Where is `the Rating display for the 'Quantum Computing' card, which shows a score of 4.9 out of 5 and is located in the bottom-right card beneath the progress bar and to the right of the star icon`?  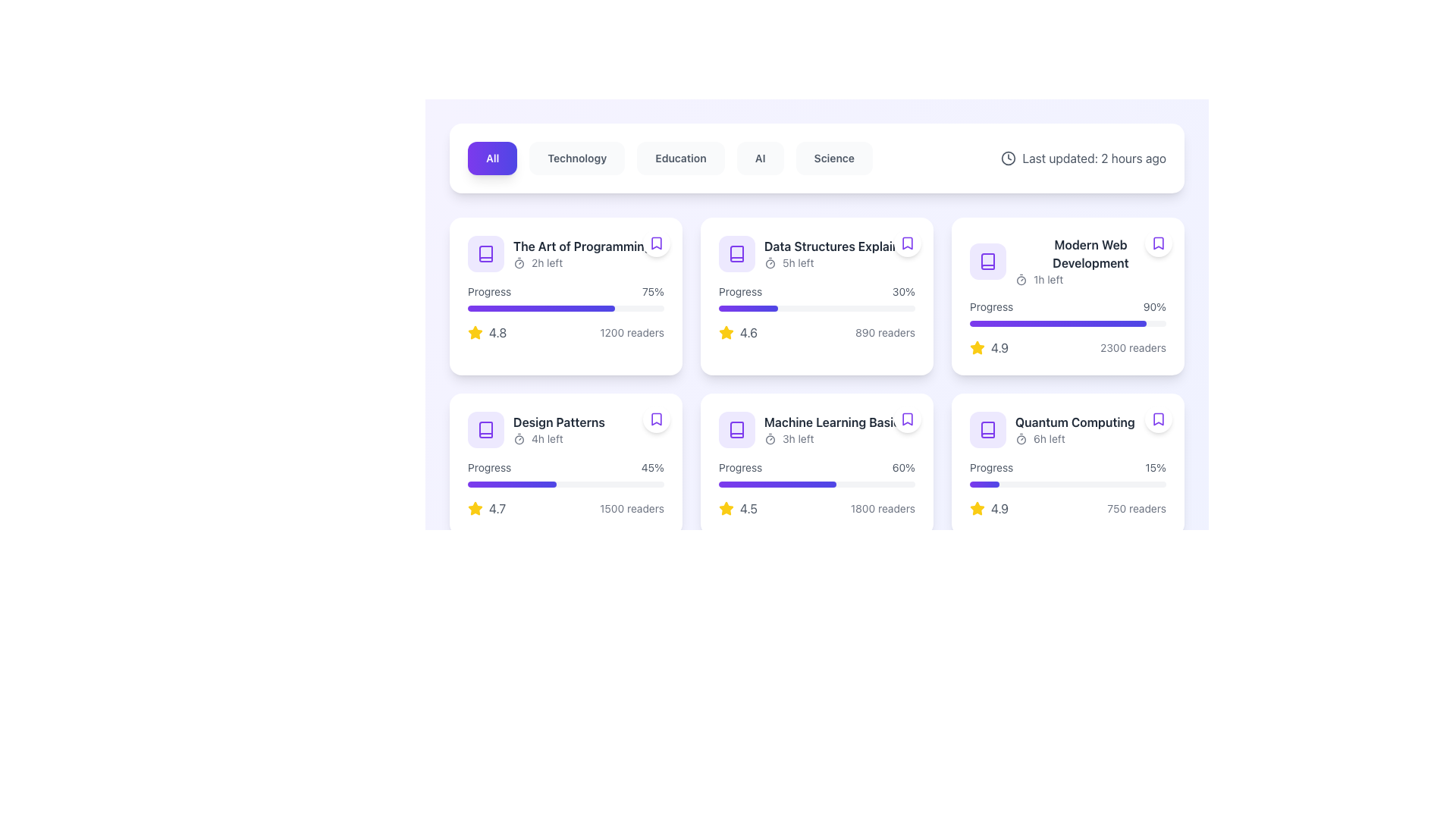
the Rating display for the 'Quantum Computing' card, which shows a score of 4.9 out of 5 and is located in the bottom-right card beneath the progress bar and to the right of the star icon is located at coordinates (989, 509).